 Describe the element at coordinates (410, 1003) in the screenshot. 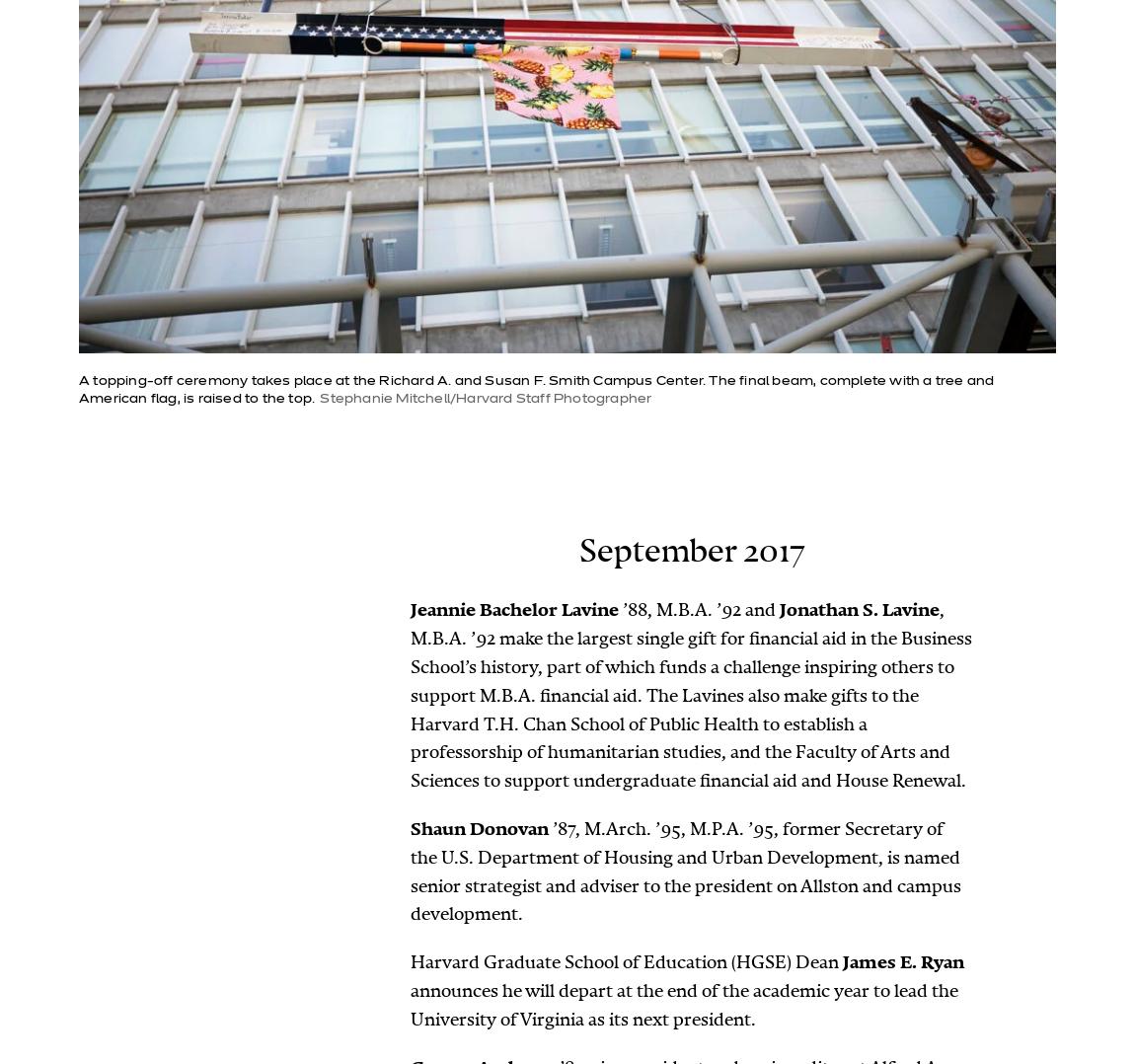

I see `'announces he will depart at the end of the academic year to lead the University of Virginia as its next president.'` at that location.